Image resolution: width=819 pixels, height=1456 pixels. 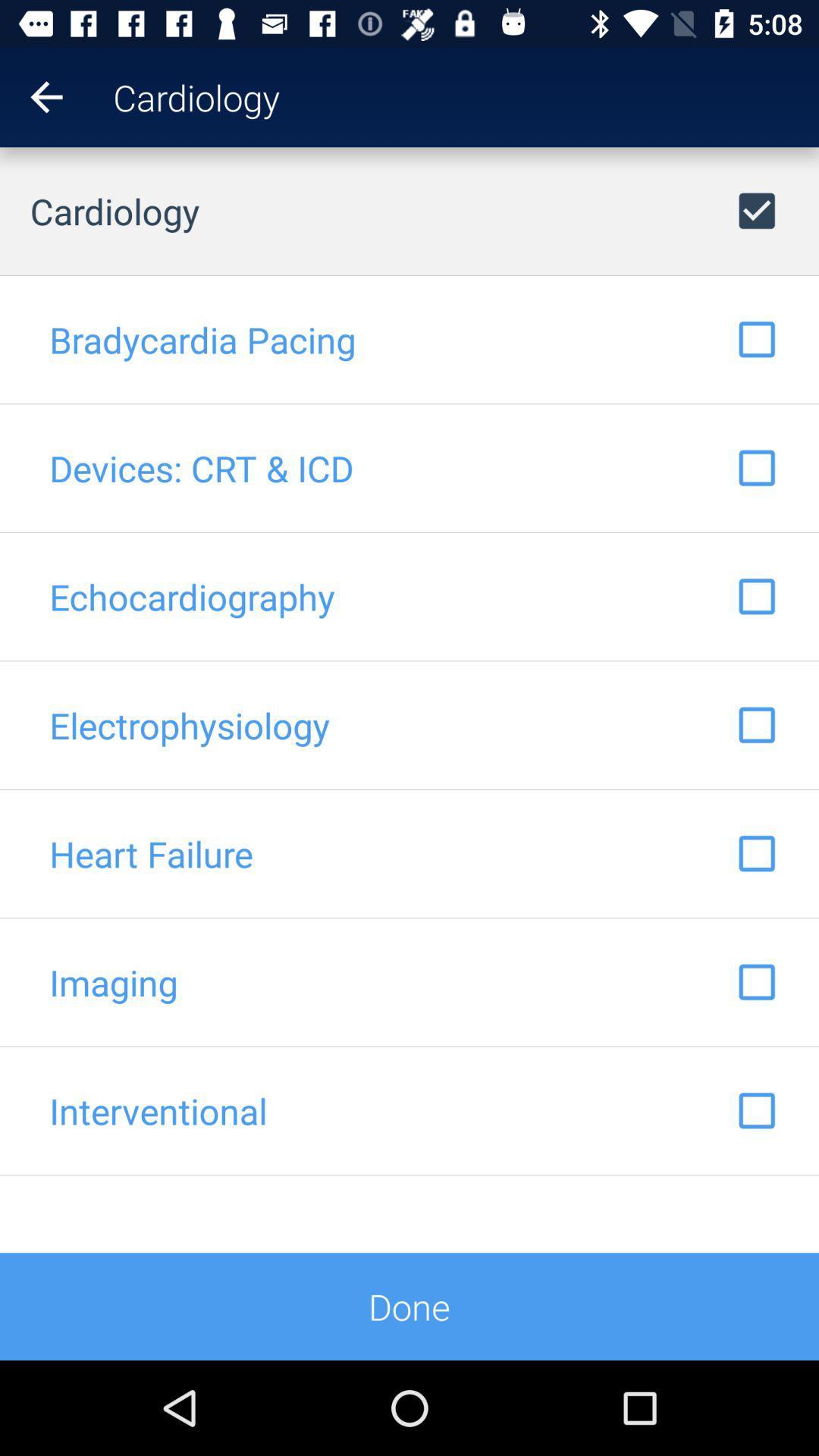 I want to click on the item to the right of the cardiology app, so click(x=798, y=96).